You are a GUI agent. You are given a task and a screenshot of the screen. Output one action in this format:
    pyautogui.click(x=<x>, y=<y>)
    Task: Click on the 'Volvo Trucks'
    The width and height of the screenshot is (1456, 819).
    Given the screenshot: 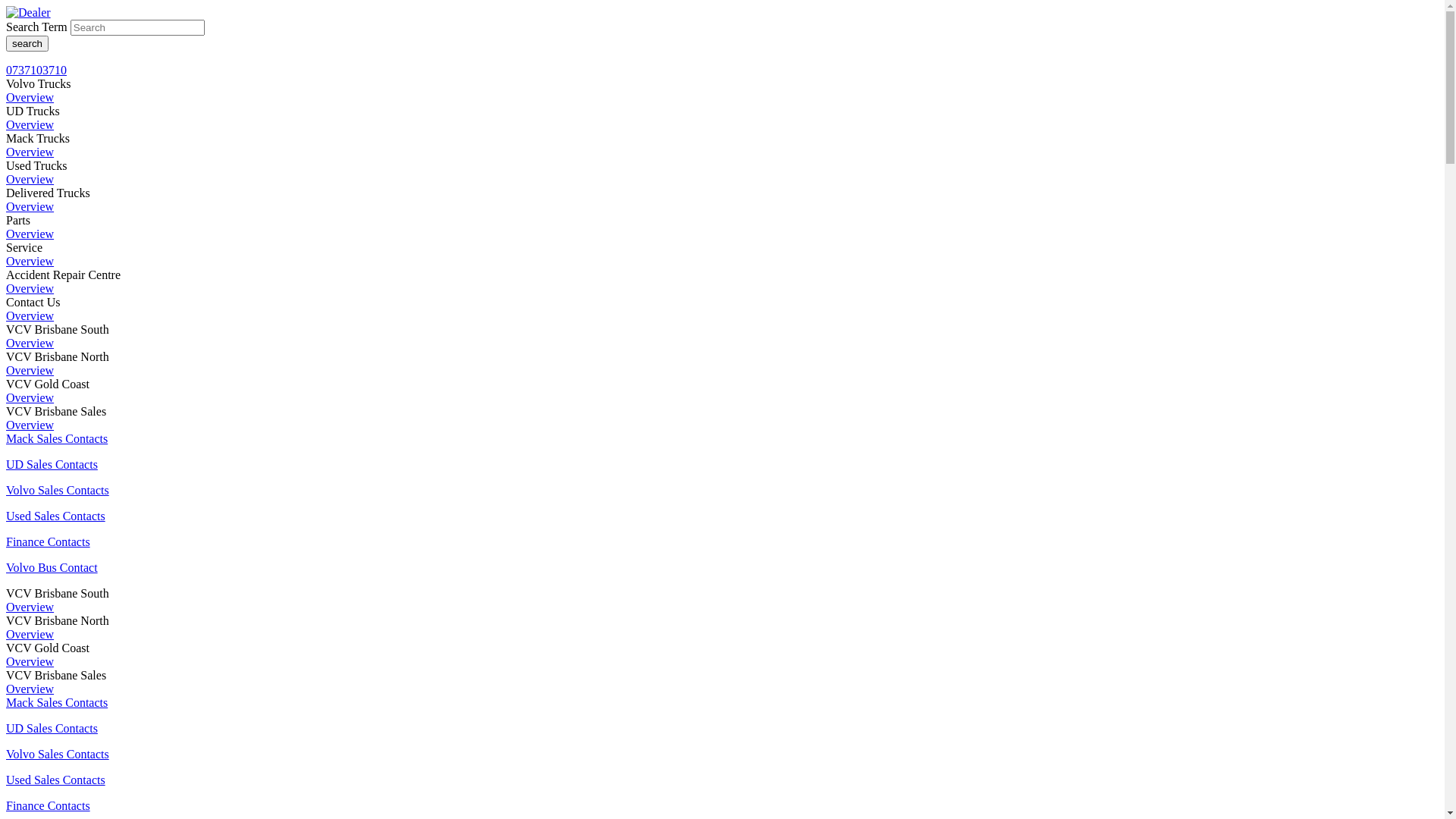 What is the action you would take?
    pyautogui.click(x=6, y=83)
    